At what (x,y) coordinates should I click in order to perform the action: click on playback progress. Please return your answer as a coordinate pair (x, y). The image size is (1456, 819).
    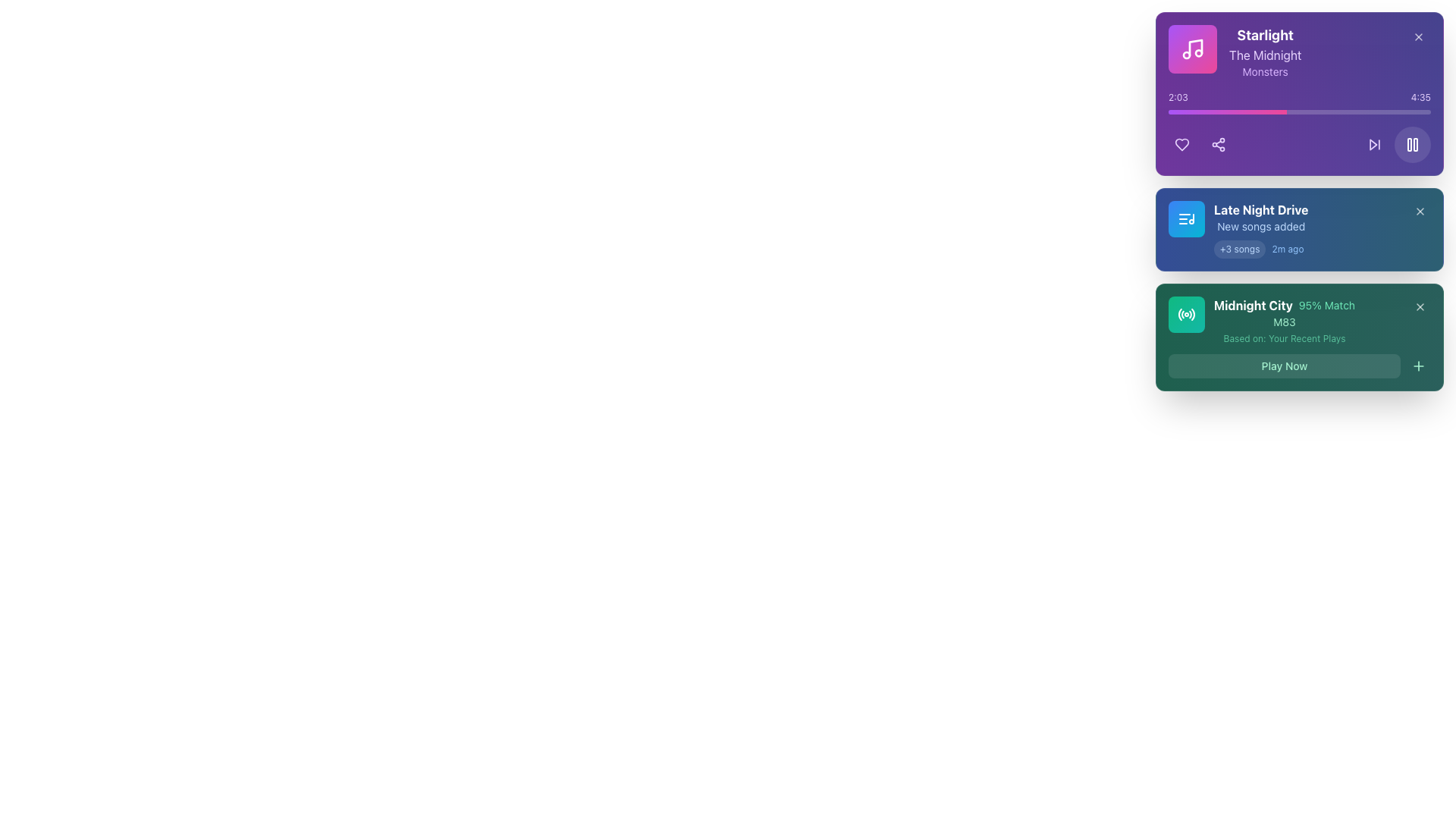
    Looking at the image, I should click on (1178, 111).